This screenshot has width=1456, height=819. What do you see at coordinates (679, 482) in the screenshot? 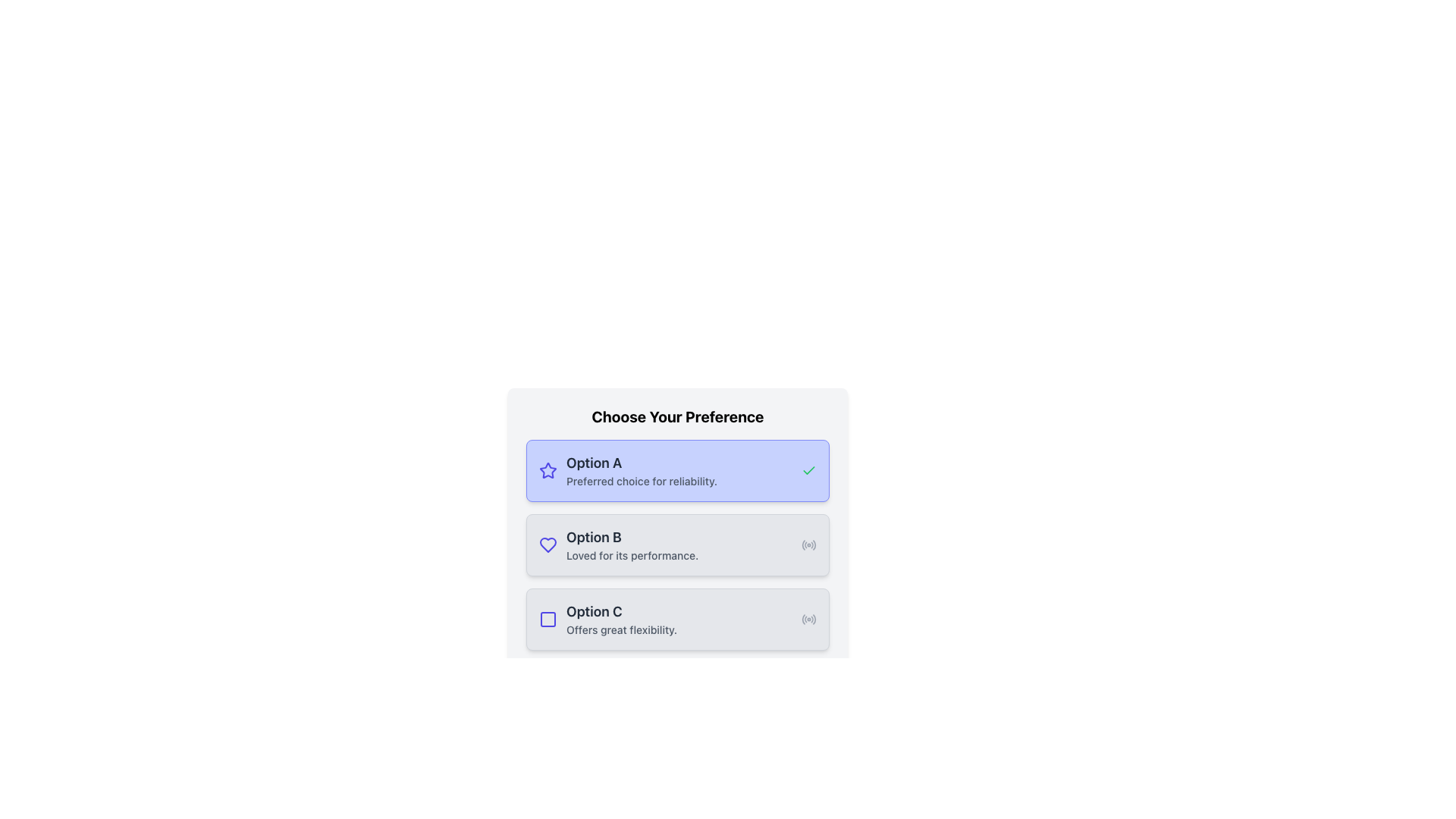
I see `the descriptive text field that provides additional context for 'Option A', located beneath the bold text 'Option A' and horizontally centered within a blue highlighted rectangle` at bounding box center [679, 482].